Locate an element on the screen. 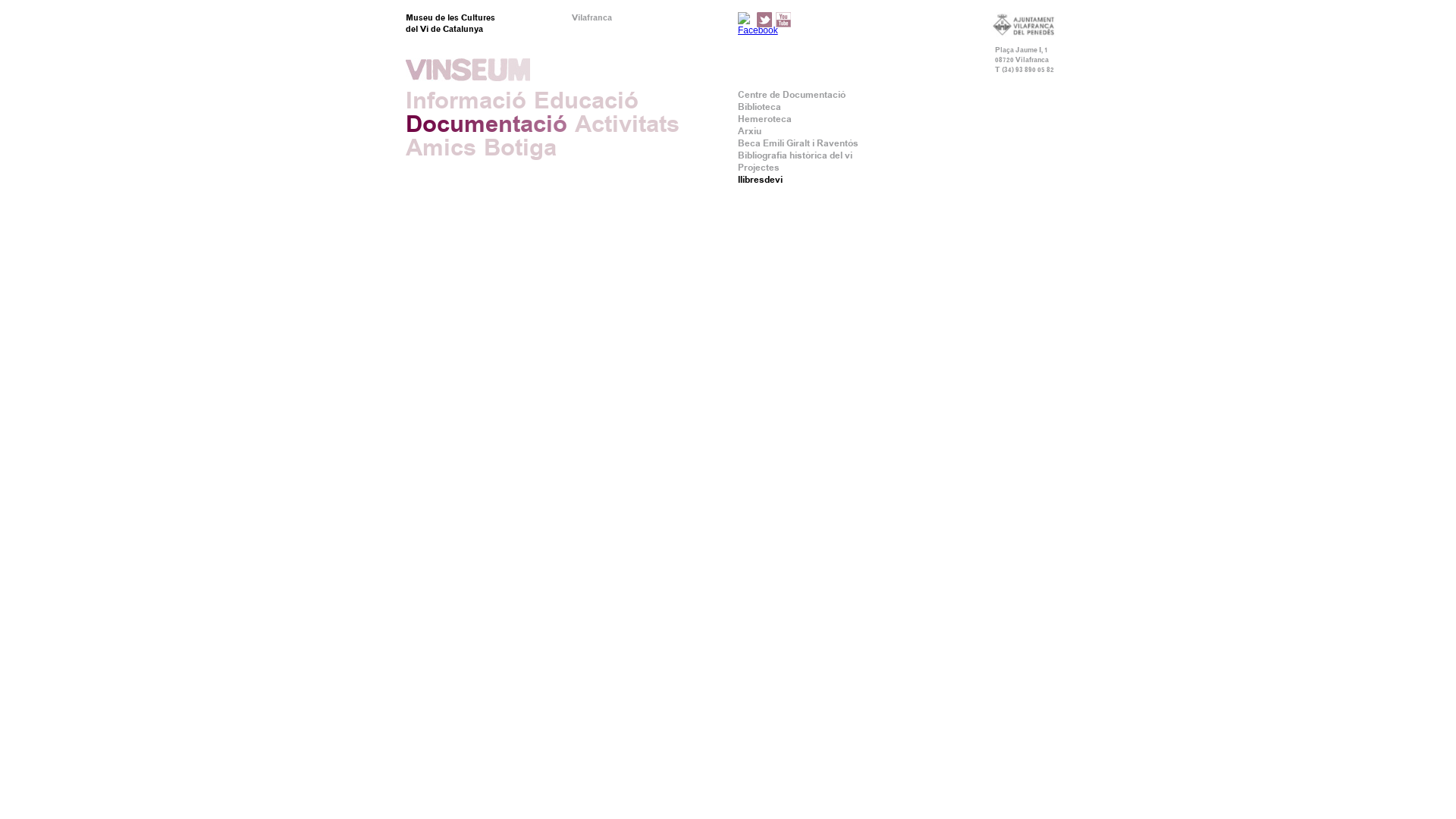 Image resolution: width=1456 pixels, height=819 pixels. 'Projectes' is located at coordinates (758, 167).